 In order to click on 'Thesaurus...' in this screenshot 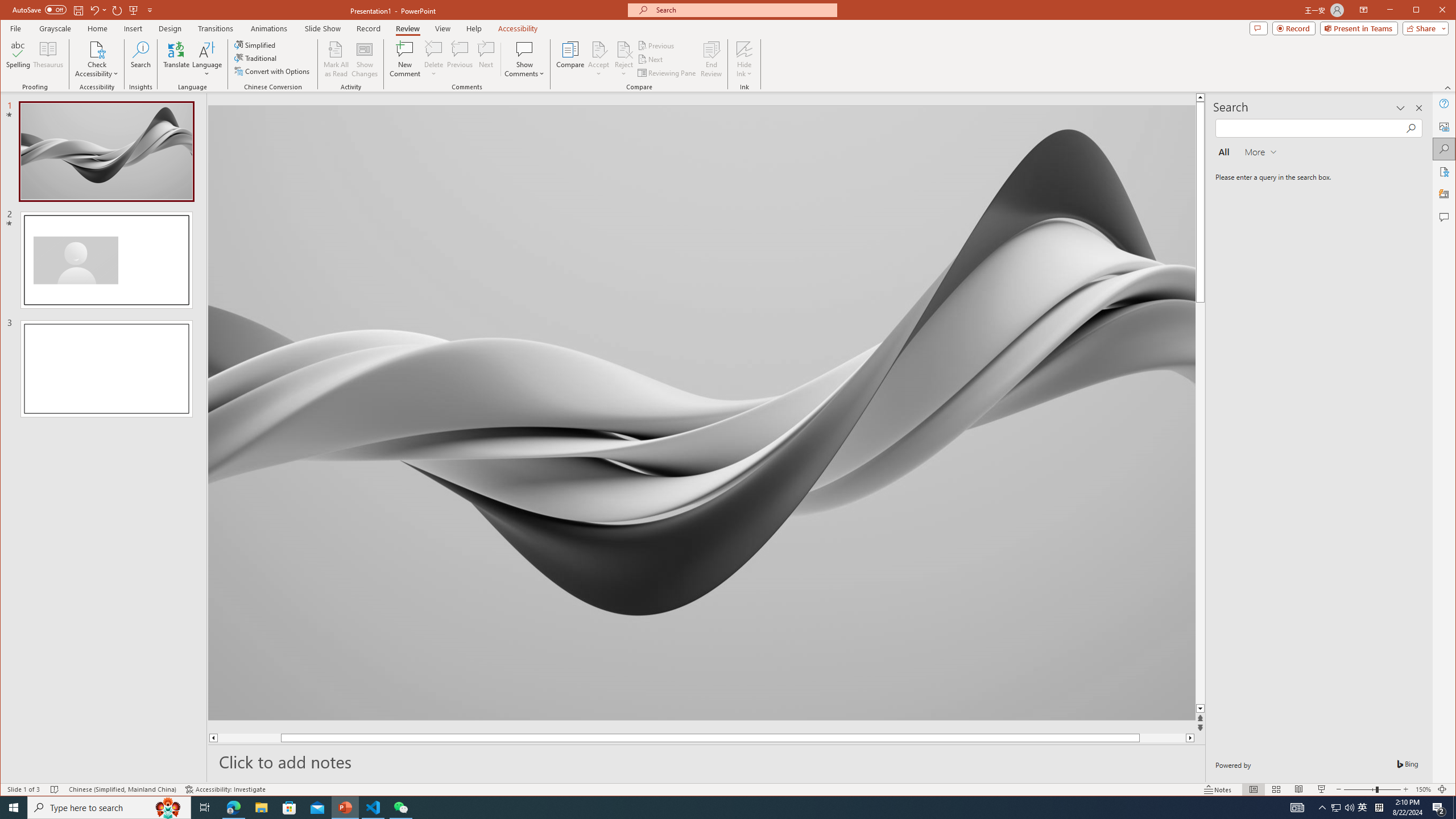, I will do `click(48, 59)`.